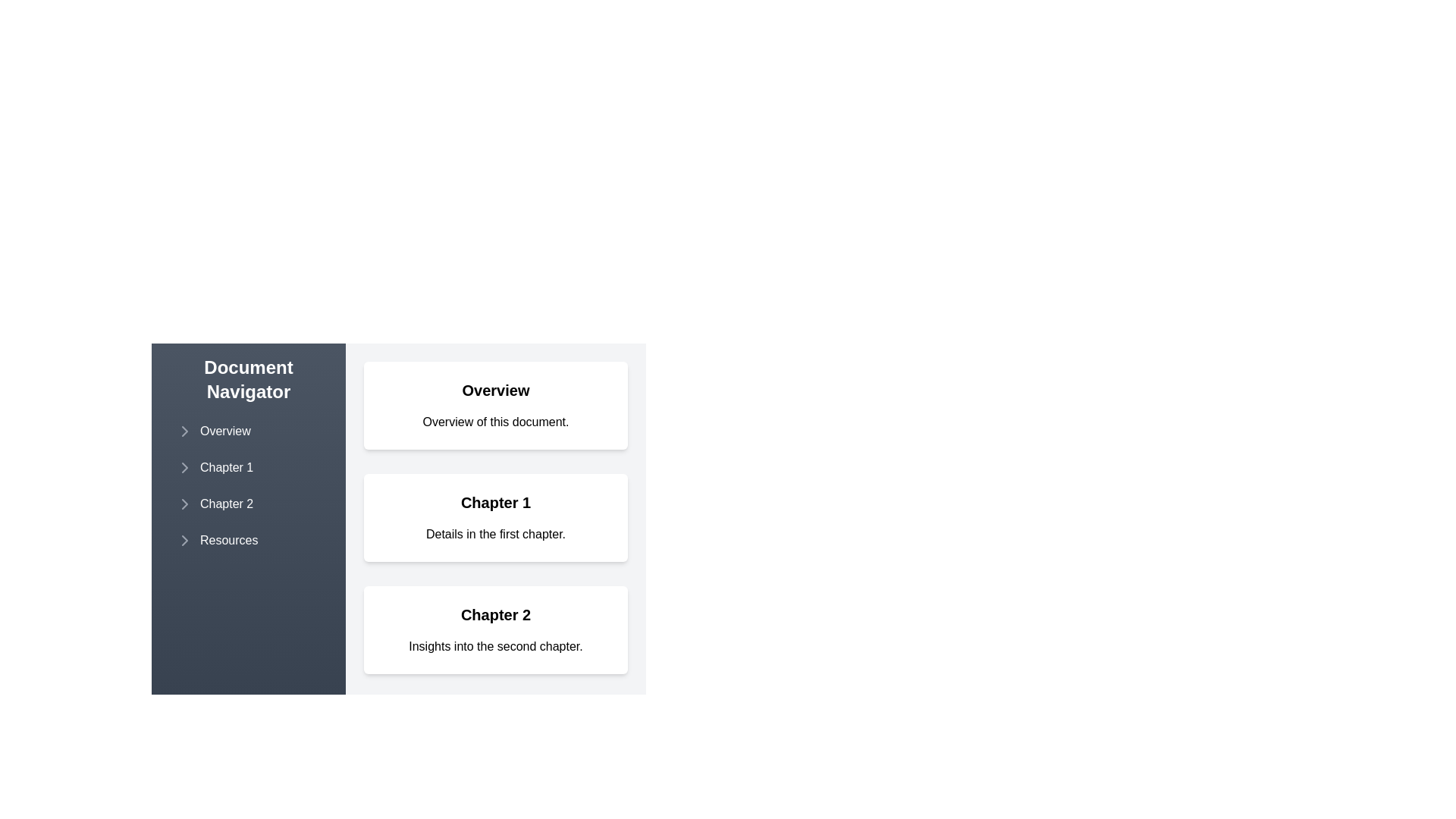 Image resolution: width=1456 pixels, height=819 pixels. What do you see at coordinates (184, 431) in the screenshot?
I see `the Chevron icon located at the start of the 'Overview' menu item in the Document Navigator for additional visual feedback` at bounding box center [184, 431].